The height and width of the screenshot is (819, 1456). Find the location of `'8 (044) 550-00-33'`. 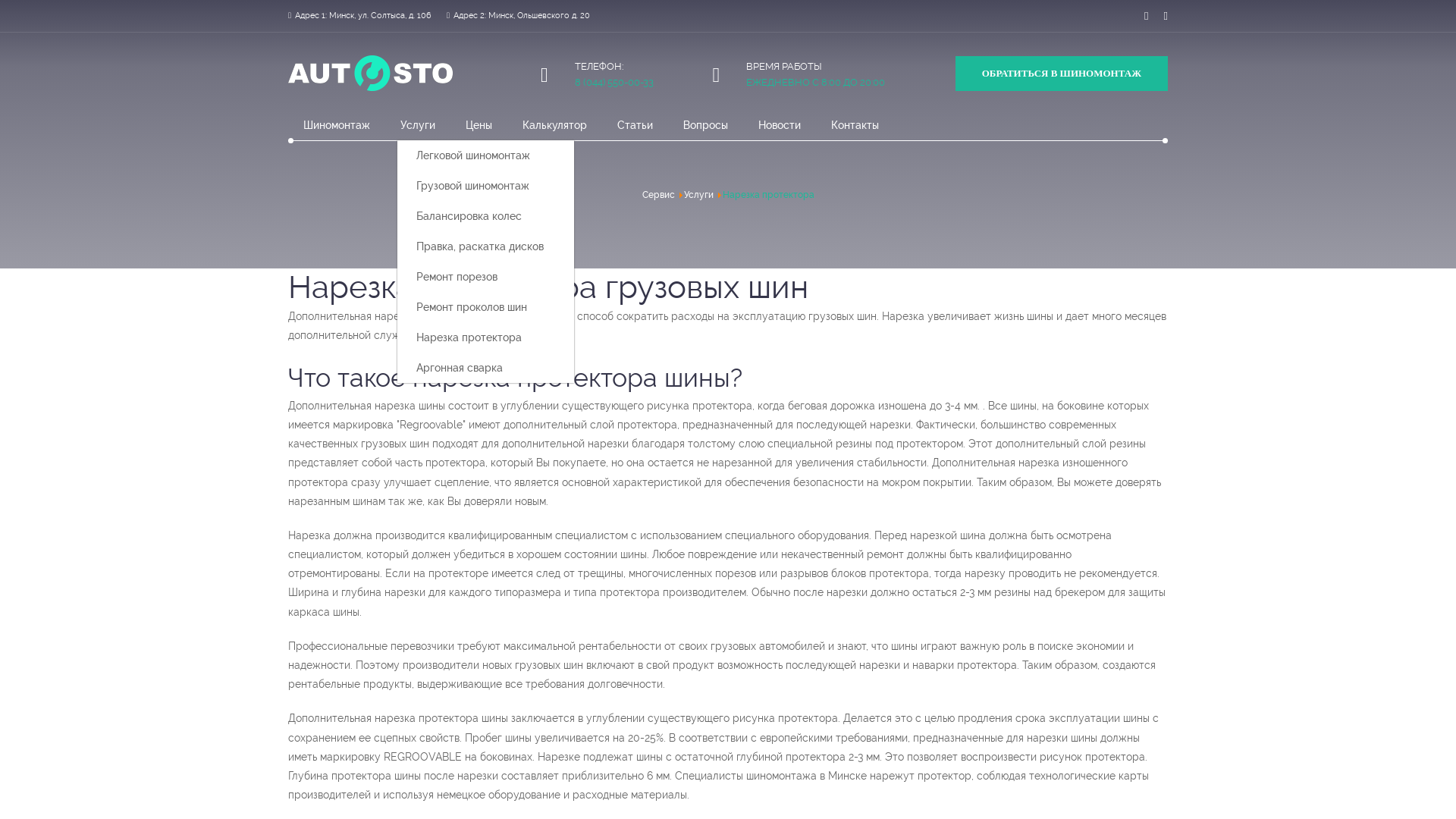

'8 (044) 550-00-33' is located at coordinates (614, 82).